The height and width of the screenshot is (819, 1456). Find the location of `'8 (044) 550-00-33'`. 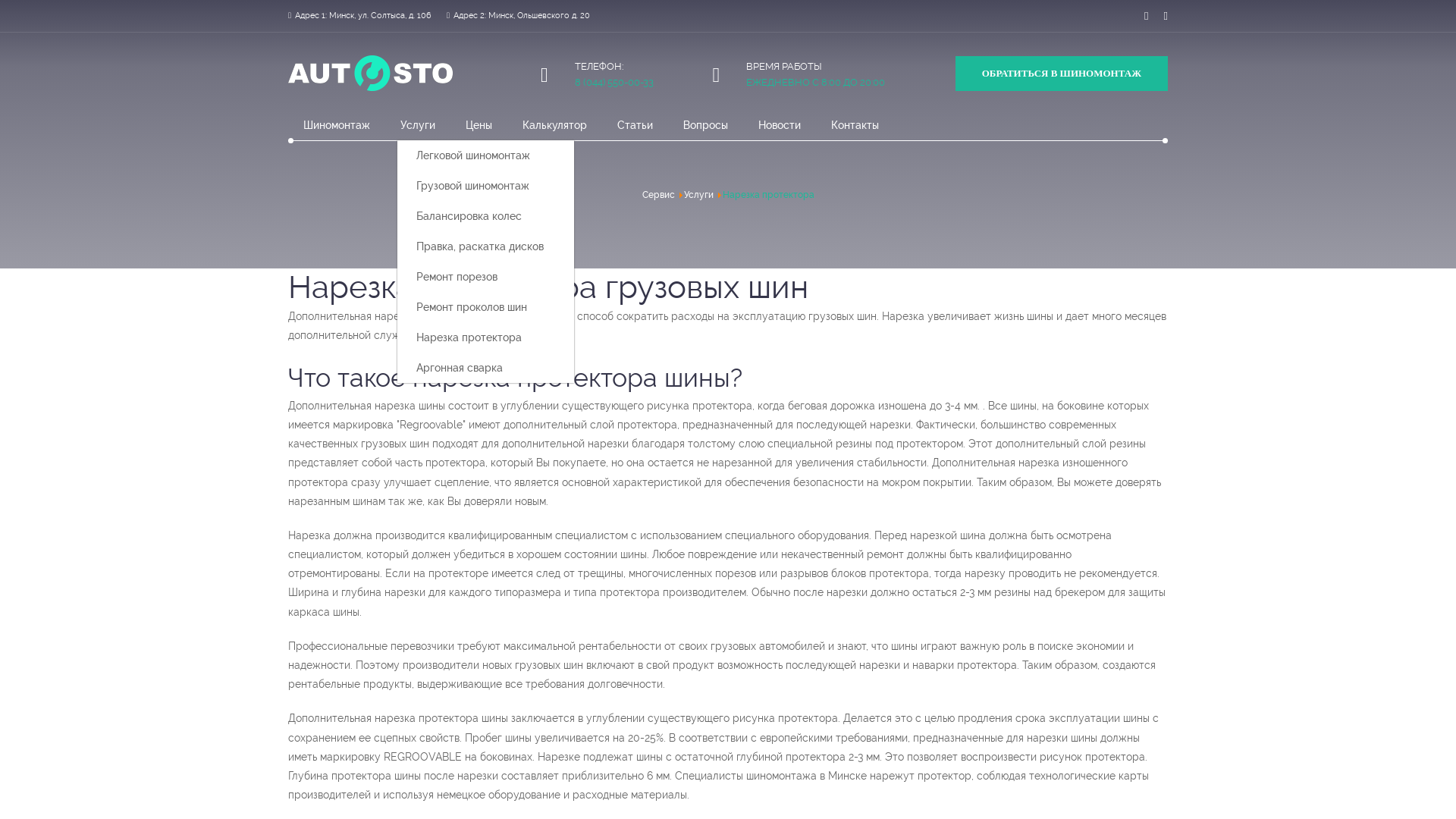

'8 (044) 550-00-33' is located at coordinates (614, 82).